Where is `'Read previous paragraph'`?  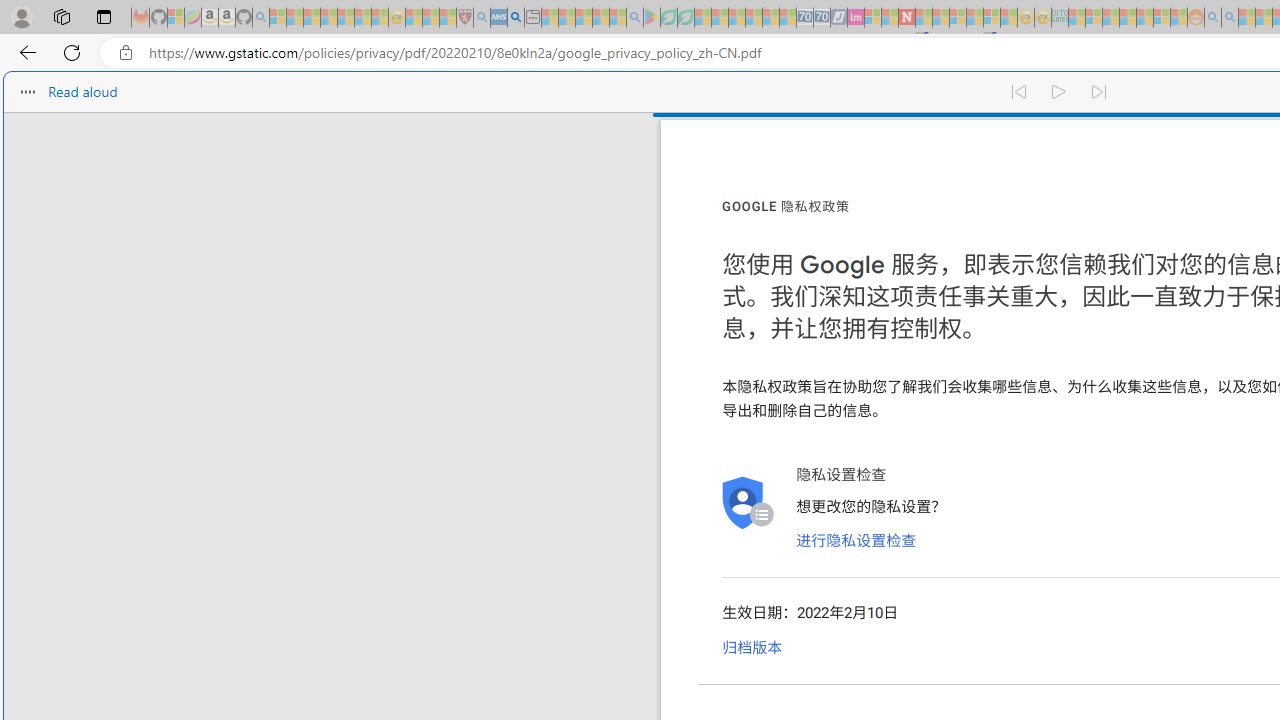
'Read previous paragraph' is located at coordinates (1018, 92).